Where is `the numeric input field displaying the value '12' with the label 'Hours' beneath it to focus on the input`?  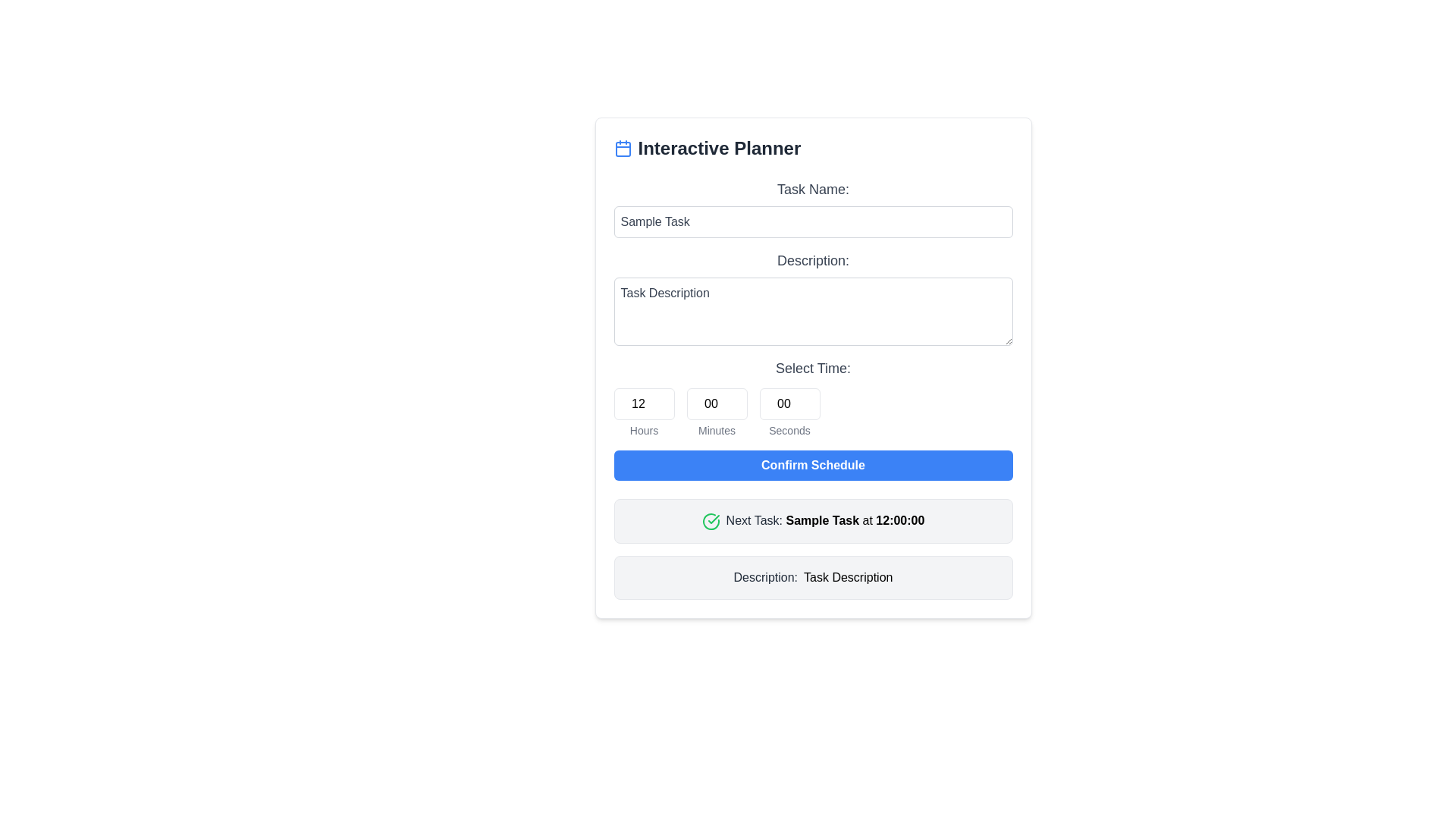
the numeric input field displaying the value '12' with the label 'Hours' beneath it to focus on the input is located at coordinates (644, 413).